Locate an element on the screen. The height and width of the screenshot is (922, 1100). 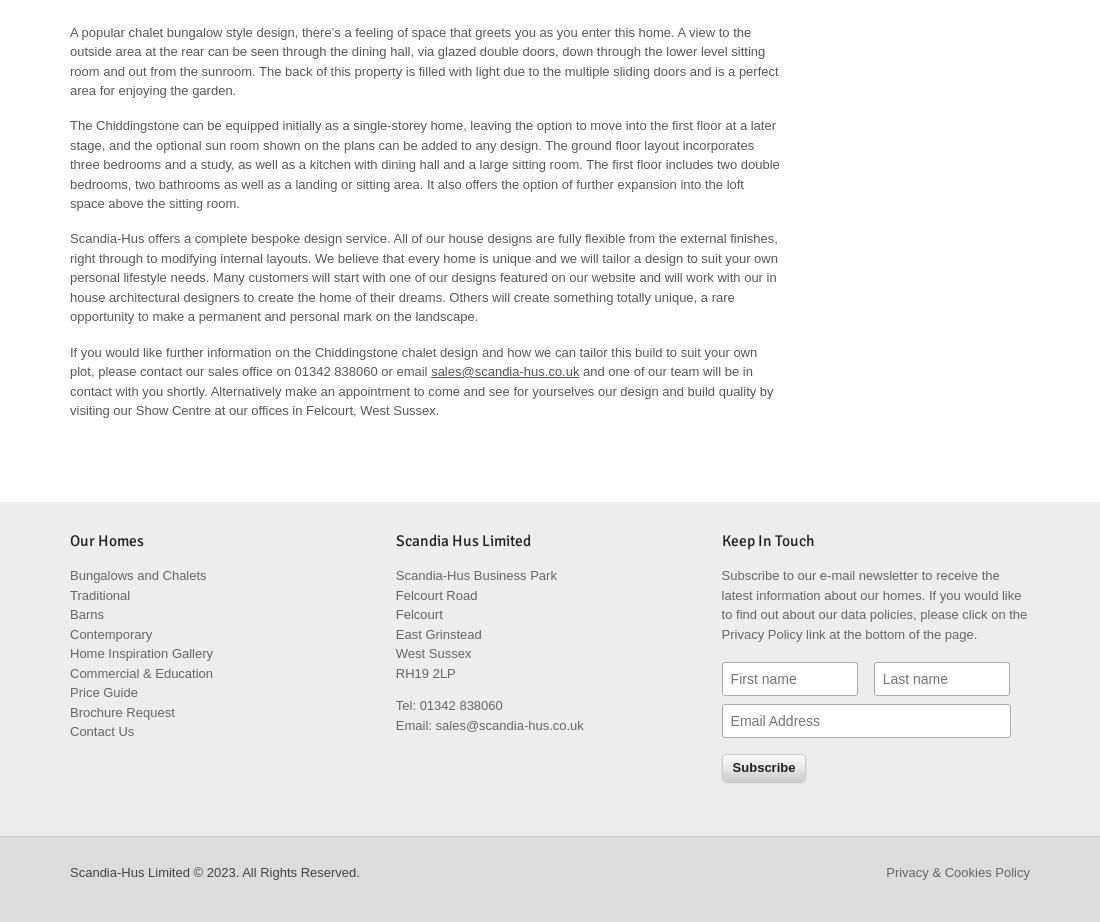
'Scandia-Hus Business Park' is located at coordinates (474, 575).